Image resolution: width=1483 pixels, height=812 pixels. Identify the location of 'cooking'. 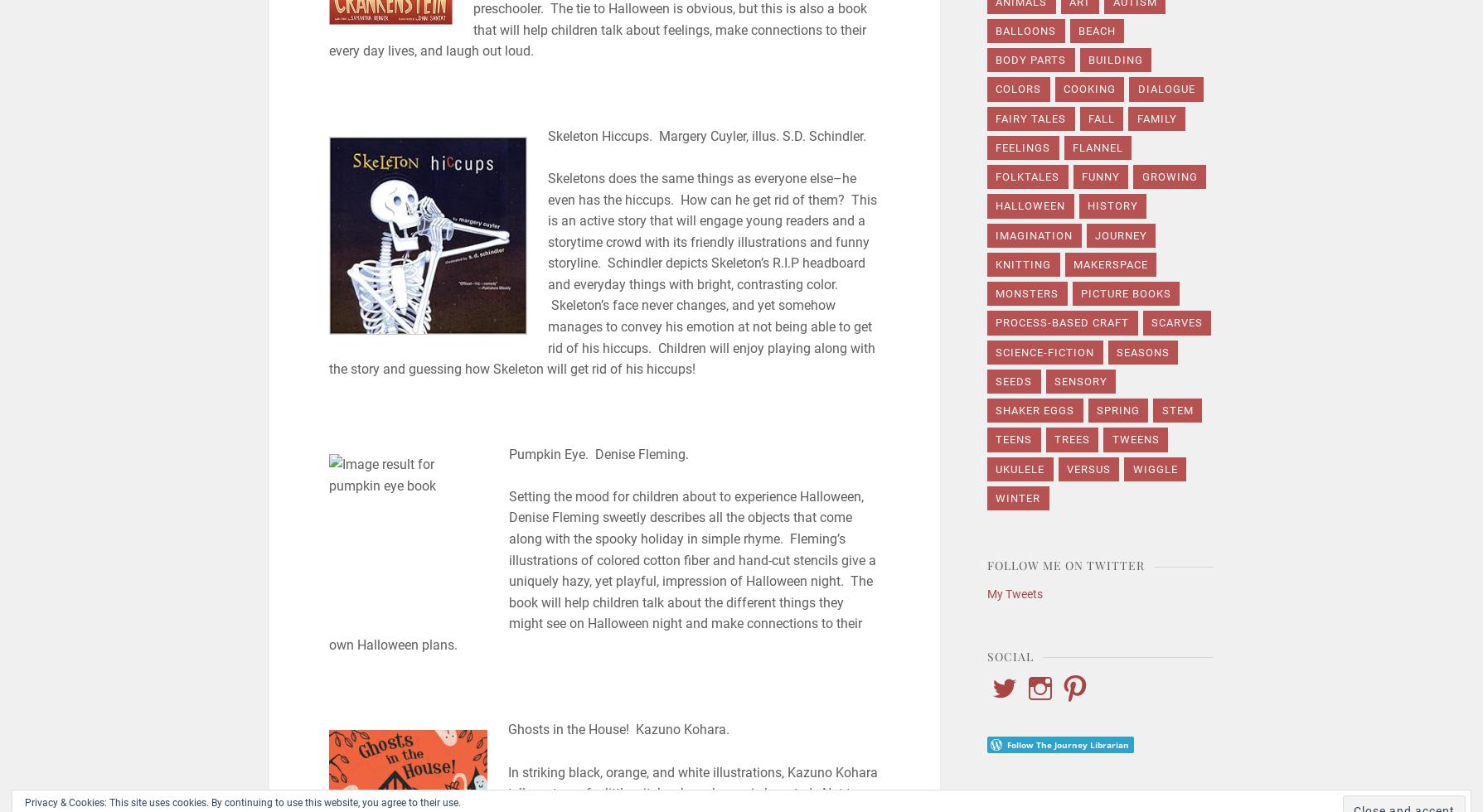
(1064, 89).